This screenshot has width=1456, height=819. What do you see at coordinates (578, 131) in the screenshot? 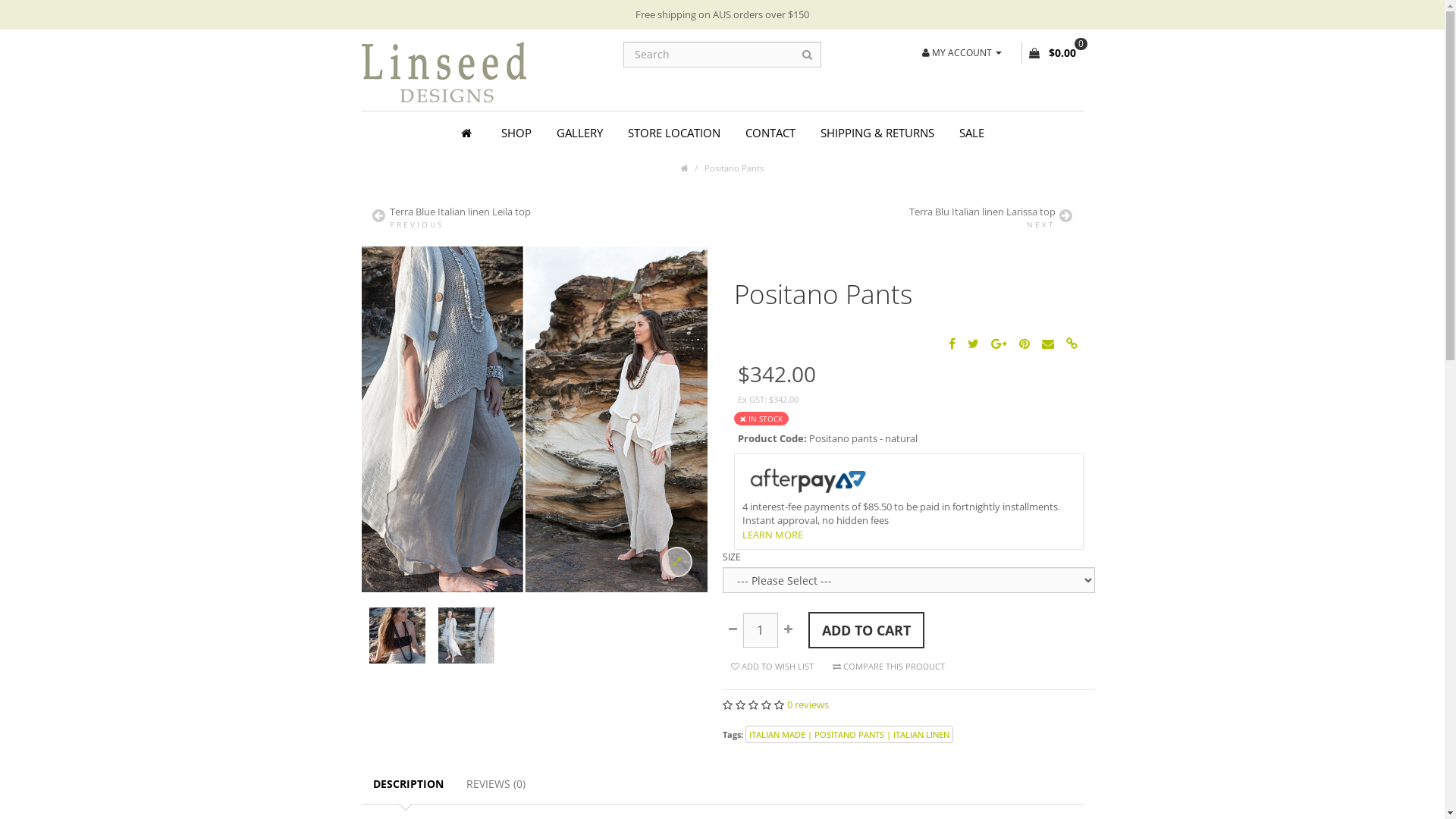
I see `'GALLERY'` at bounding box center [578, 131].